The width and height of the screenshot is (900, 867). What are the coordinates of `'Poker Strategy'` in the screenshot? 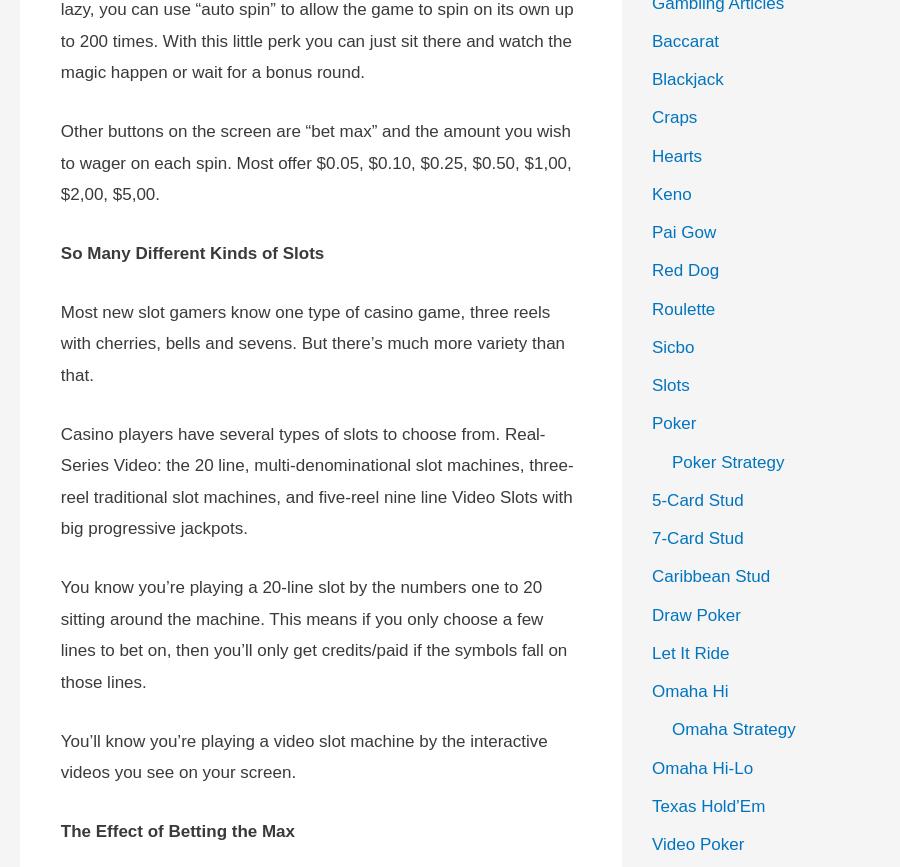 It's located at (727, 460).